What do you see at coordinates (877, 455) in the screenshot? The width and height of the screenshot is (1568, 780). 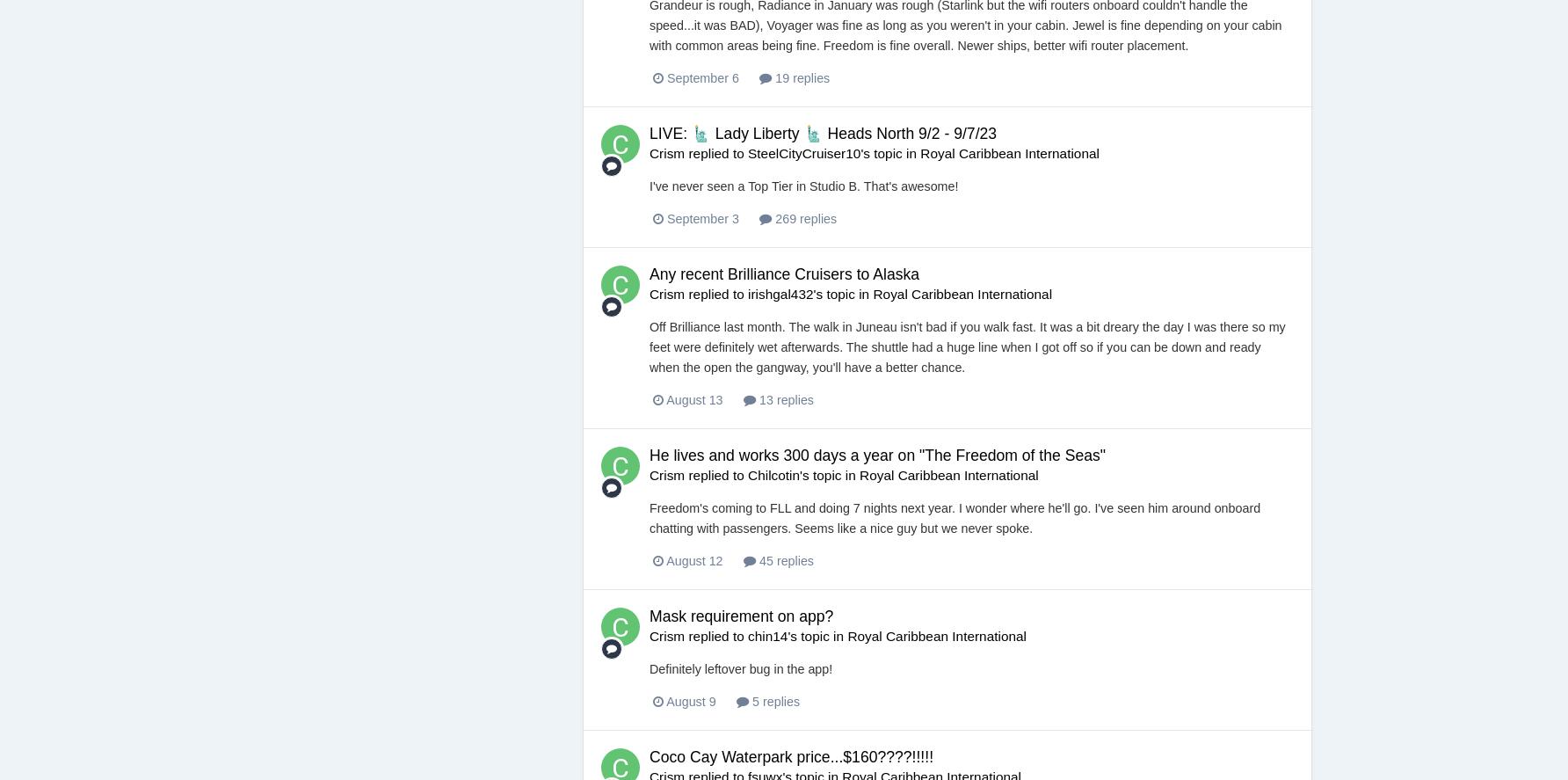 I see `'He lives and  works 300 days a year on "The Freedom of the Seas"'` at bounding box center [877, 455].